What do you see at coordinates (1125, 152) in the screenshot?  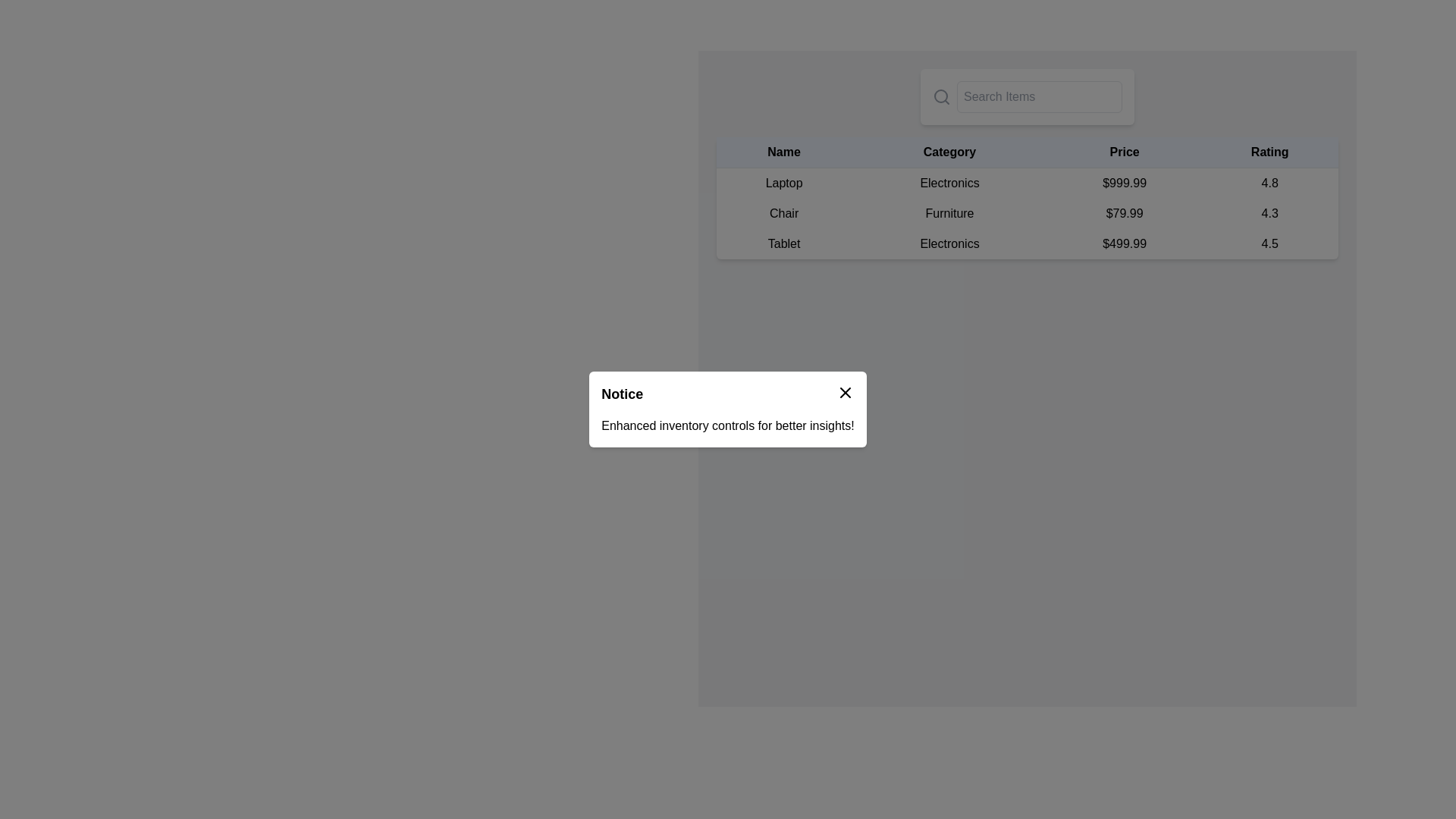 I see `the Text label that serves as the column header indicating prices, located between 'Category' and 'Rating' in the table headers` at bounding box center [1125, 152].